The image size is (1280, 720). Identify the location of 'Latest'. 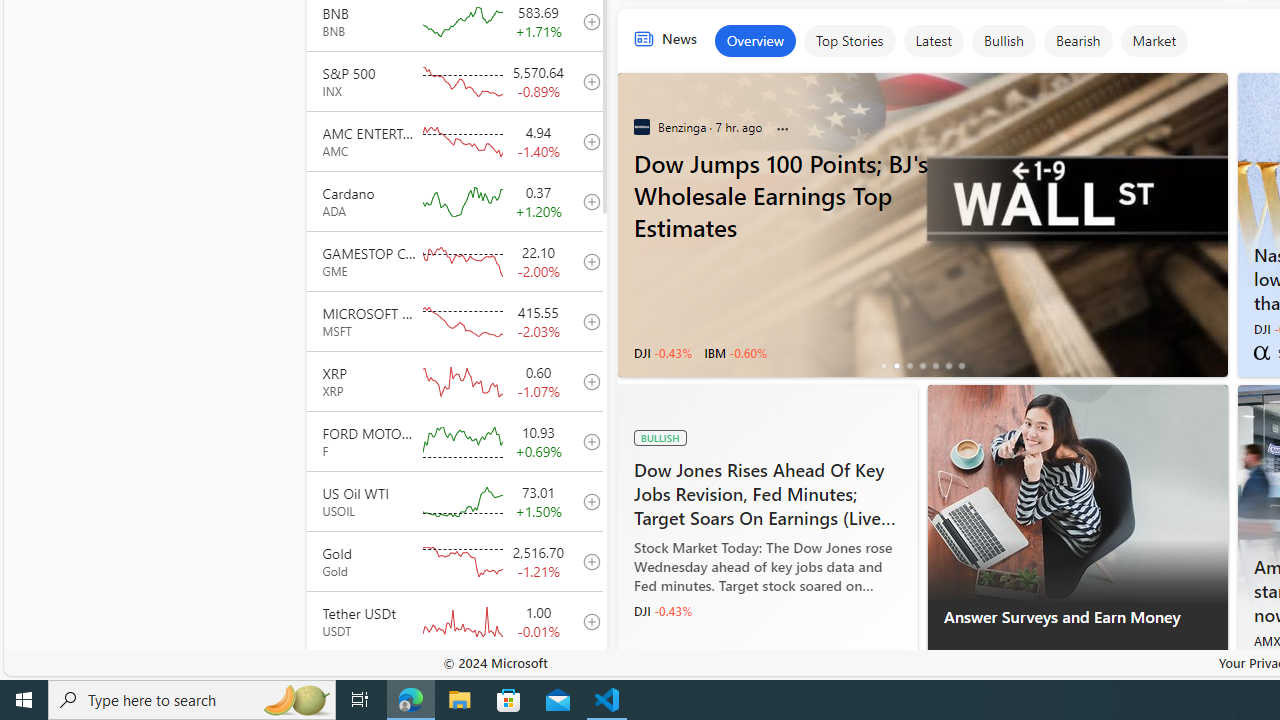
(932, 41).